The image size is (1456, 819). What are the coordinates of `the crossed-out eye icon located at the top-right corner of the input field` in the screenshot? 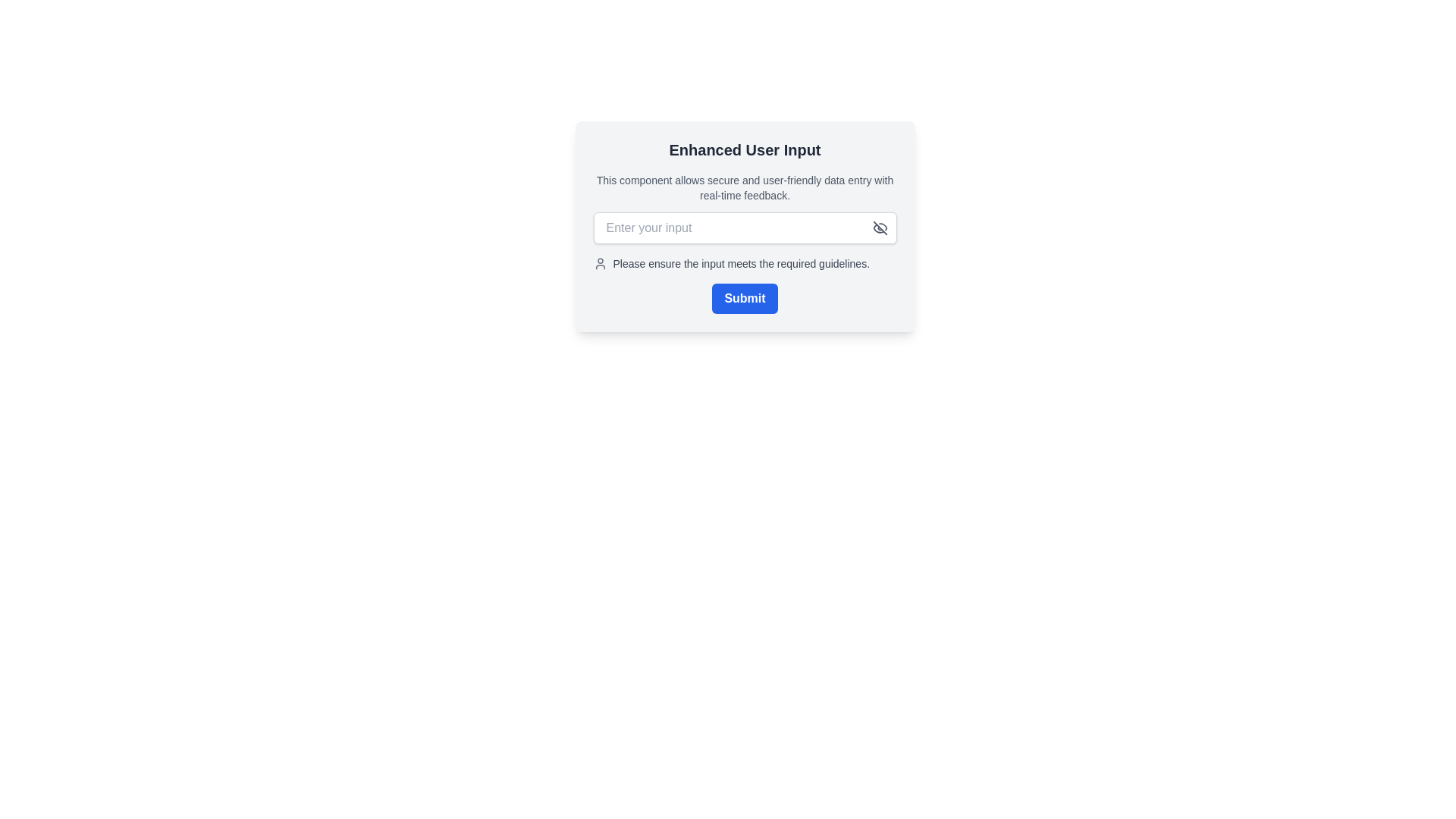 It's located at (880, 227).